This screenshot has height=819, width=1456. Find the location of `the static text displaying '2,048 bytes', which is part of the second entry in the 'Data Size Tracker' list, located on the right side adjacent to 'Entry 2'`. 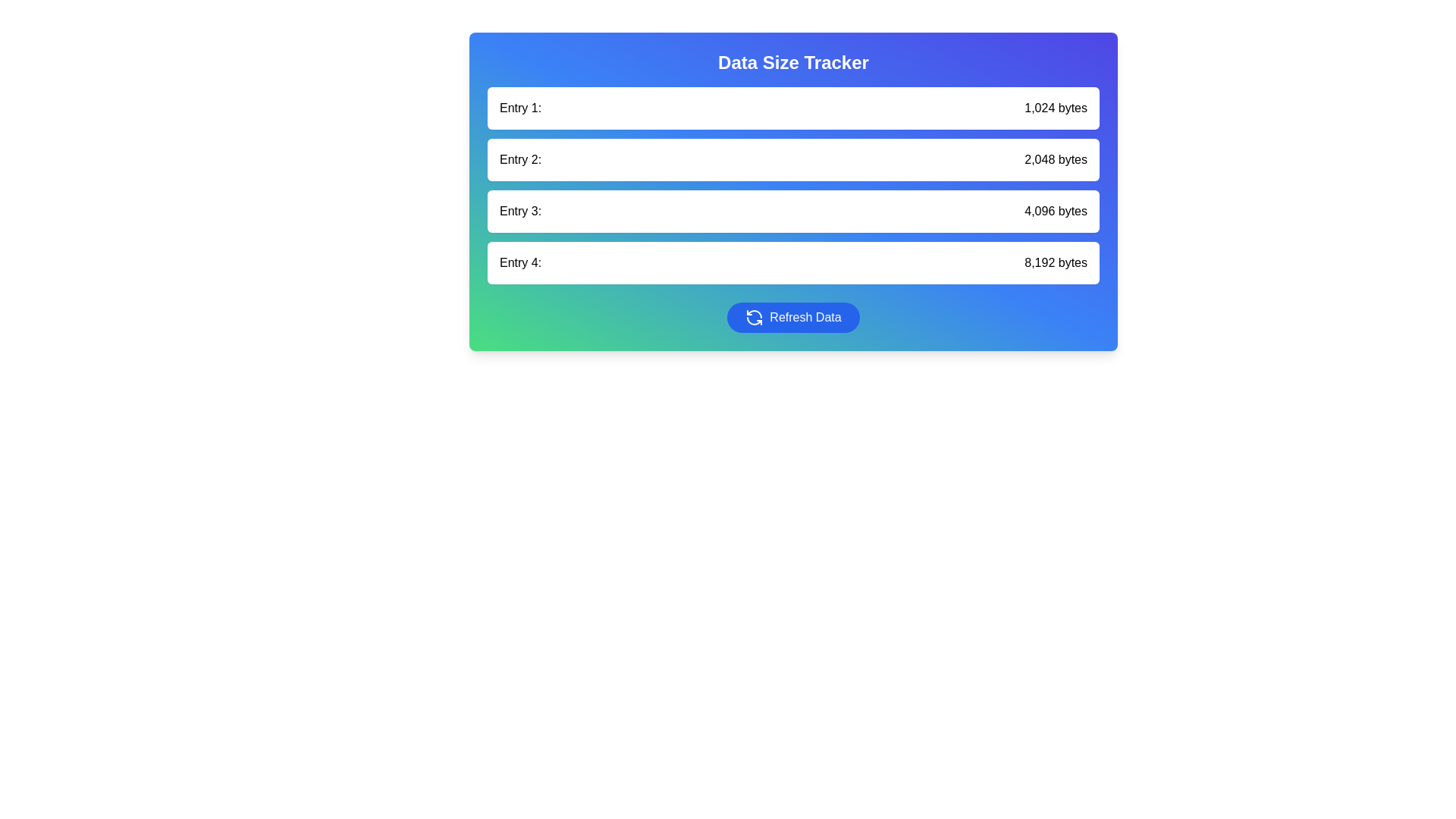

the static text displaying '2,048 bytes', which is part of the second entry in the 'Data Size Tracker' list, located on the right side adjacent to 'Entry 2' is located at coordinates (1055, 160).